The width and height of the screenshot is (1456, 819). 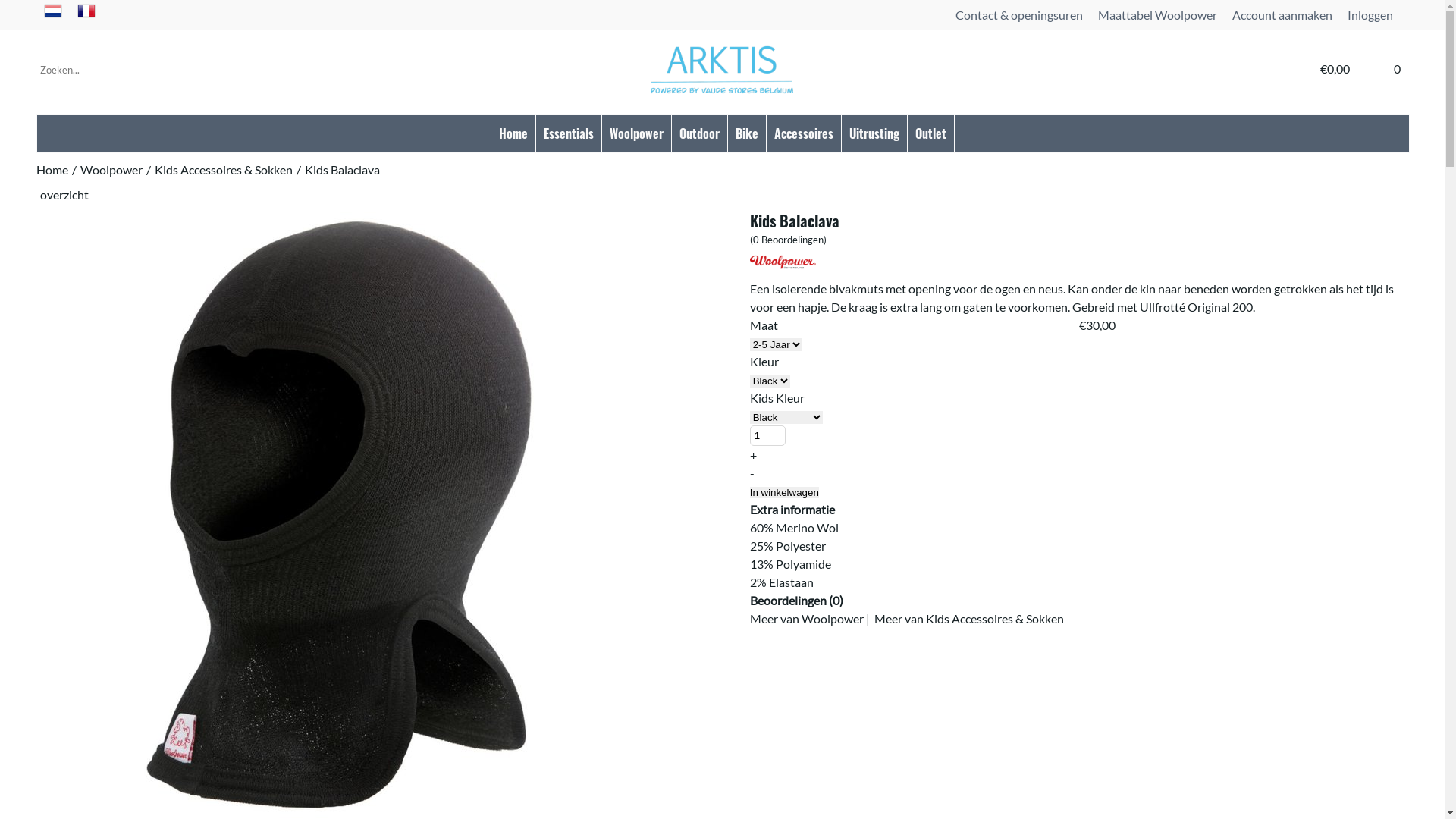 What do you see at coordinates (784, 492) in the screenshot?
I see `'In winkelwagen'` at bounding box center [784, 492].